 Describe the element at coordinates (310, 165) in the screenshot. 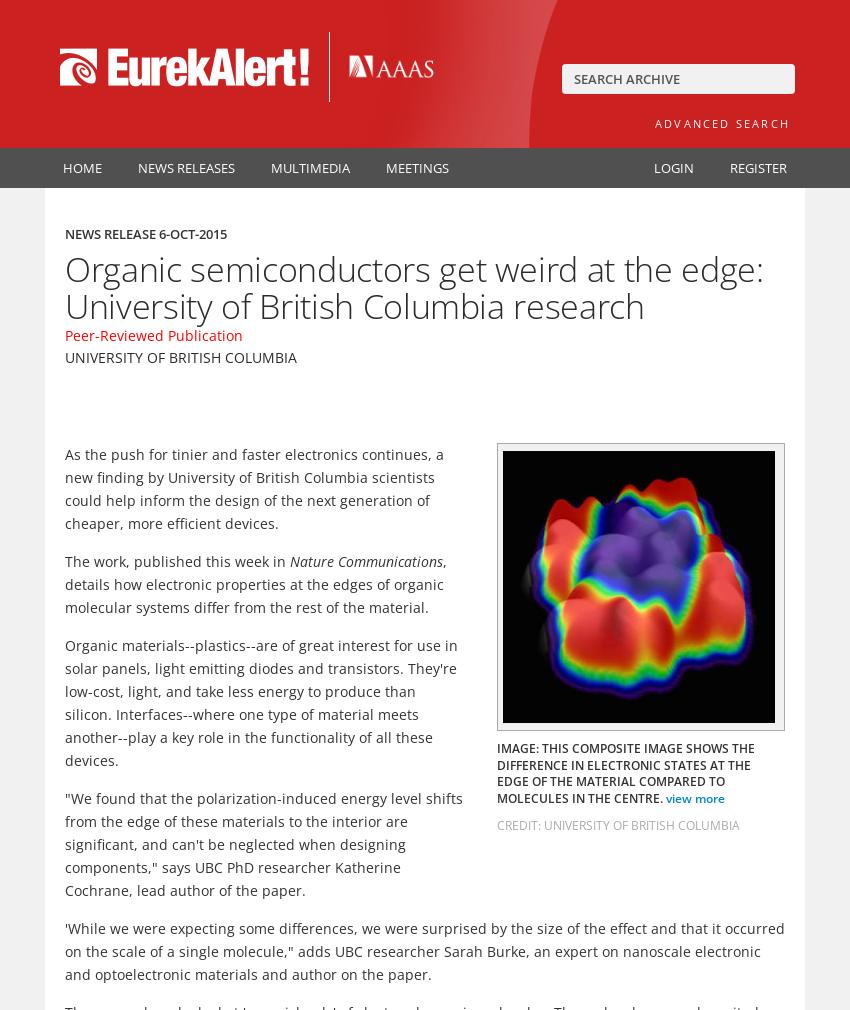

I see `'Multimedia'` at that location.